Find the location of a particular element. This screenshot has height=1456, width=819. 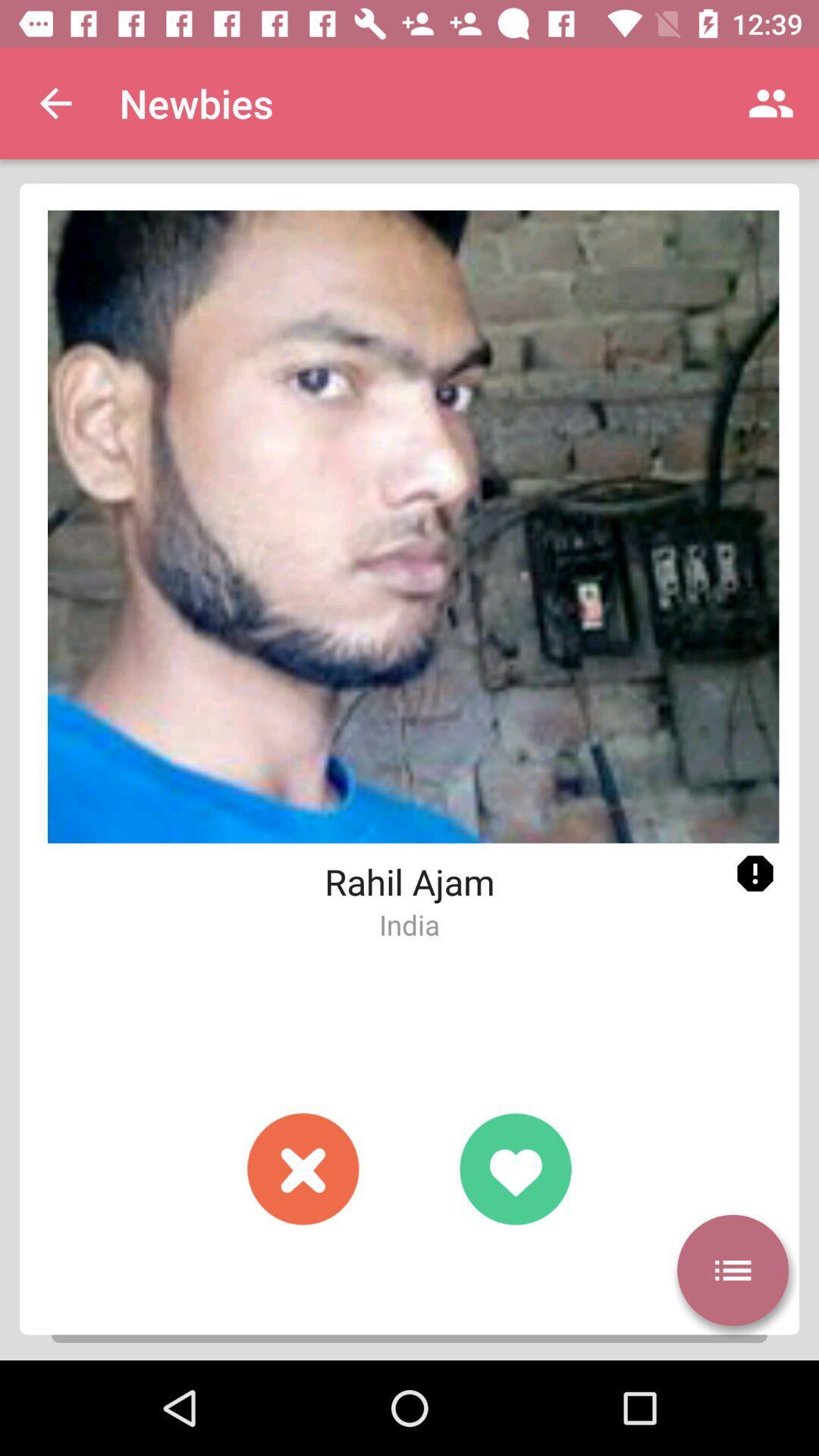

give a like is located at coordinates (514, 1168).